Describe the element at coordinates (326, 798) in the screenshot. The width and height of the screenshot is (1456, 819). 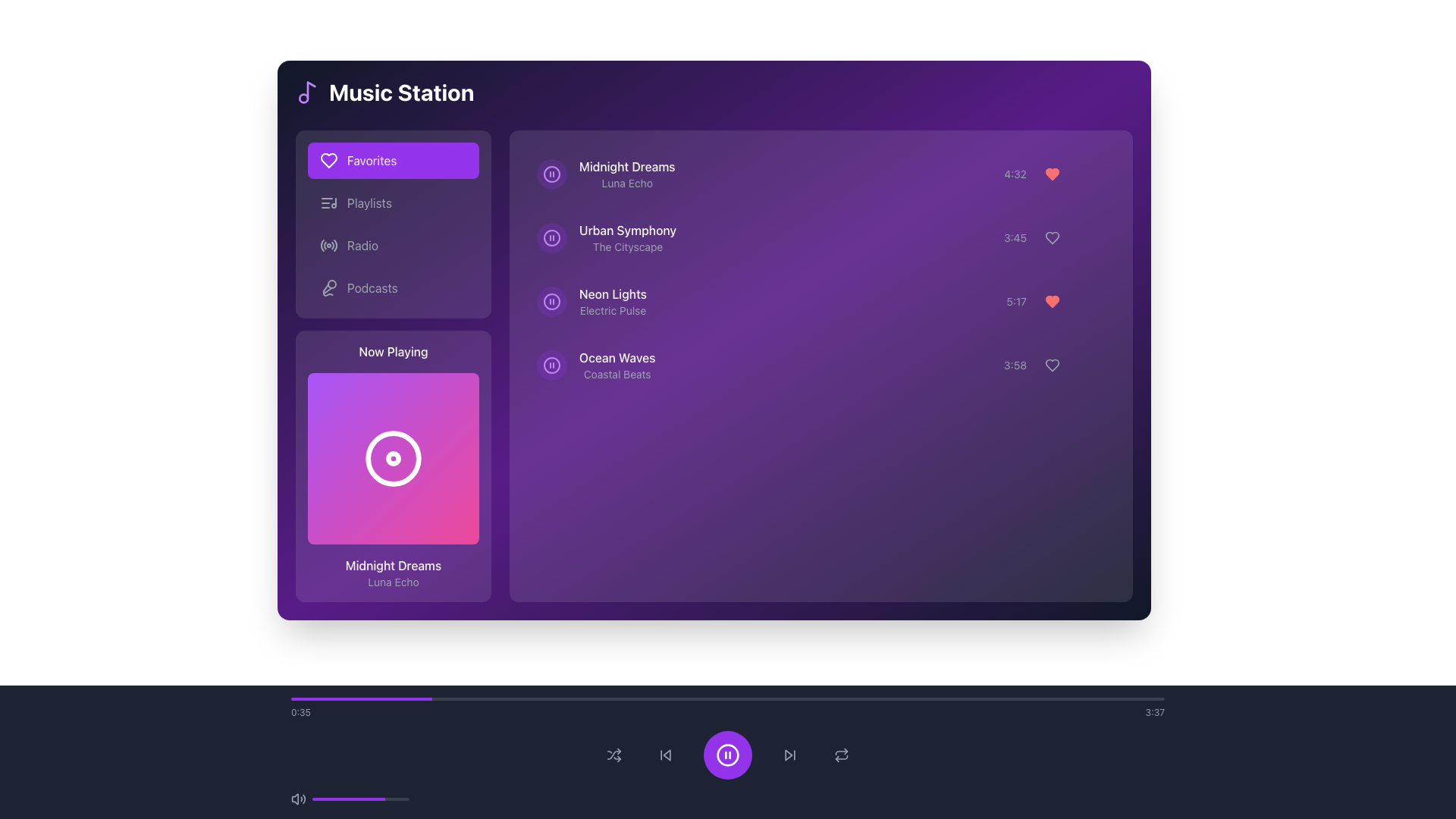
I see `the progress` at that location.